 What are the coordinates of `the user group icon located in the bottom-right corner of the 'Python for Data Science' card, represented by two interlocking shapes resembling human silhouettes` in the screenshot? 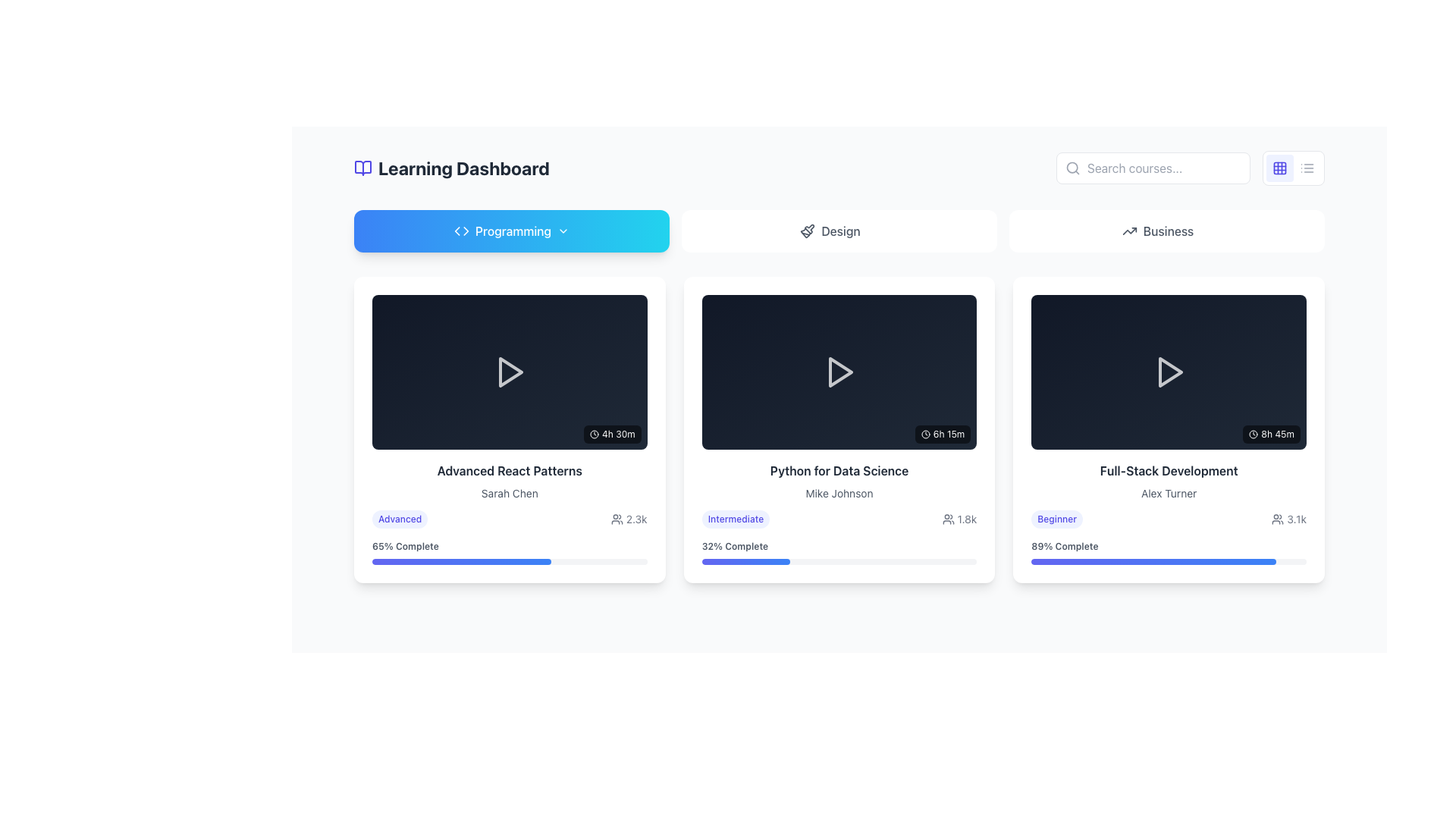 It's located at (947, 519).